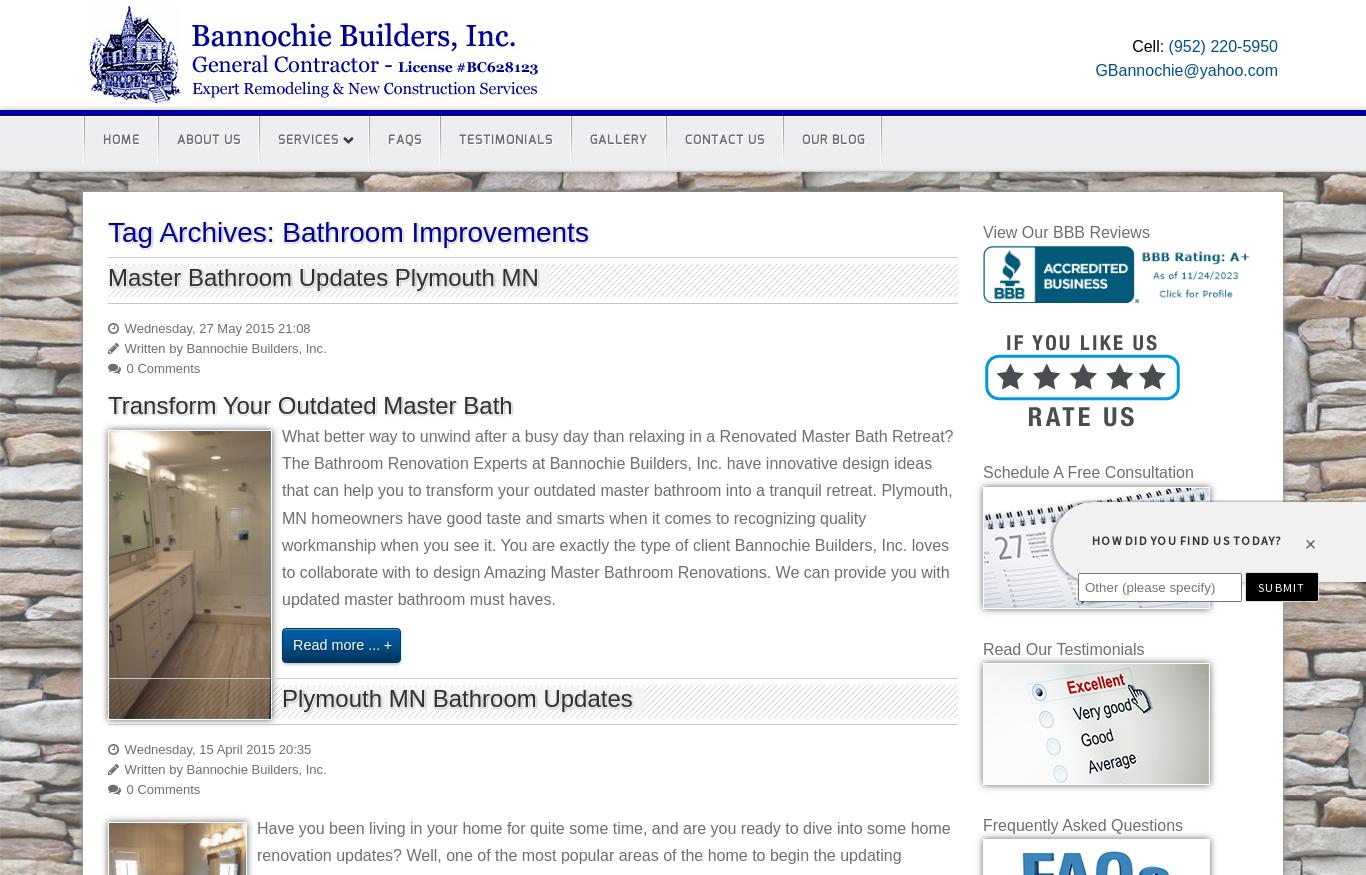 The width and height of the screenshot is (1366, 875). I want to click on 'GBannochie@yahoo.com', so click(1186, 70).